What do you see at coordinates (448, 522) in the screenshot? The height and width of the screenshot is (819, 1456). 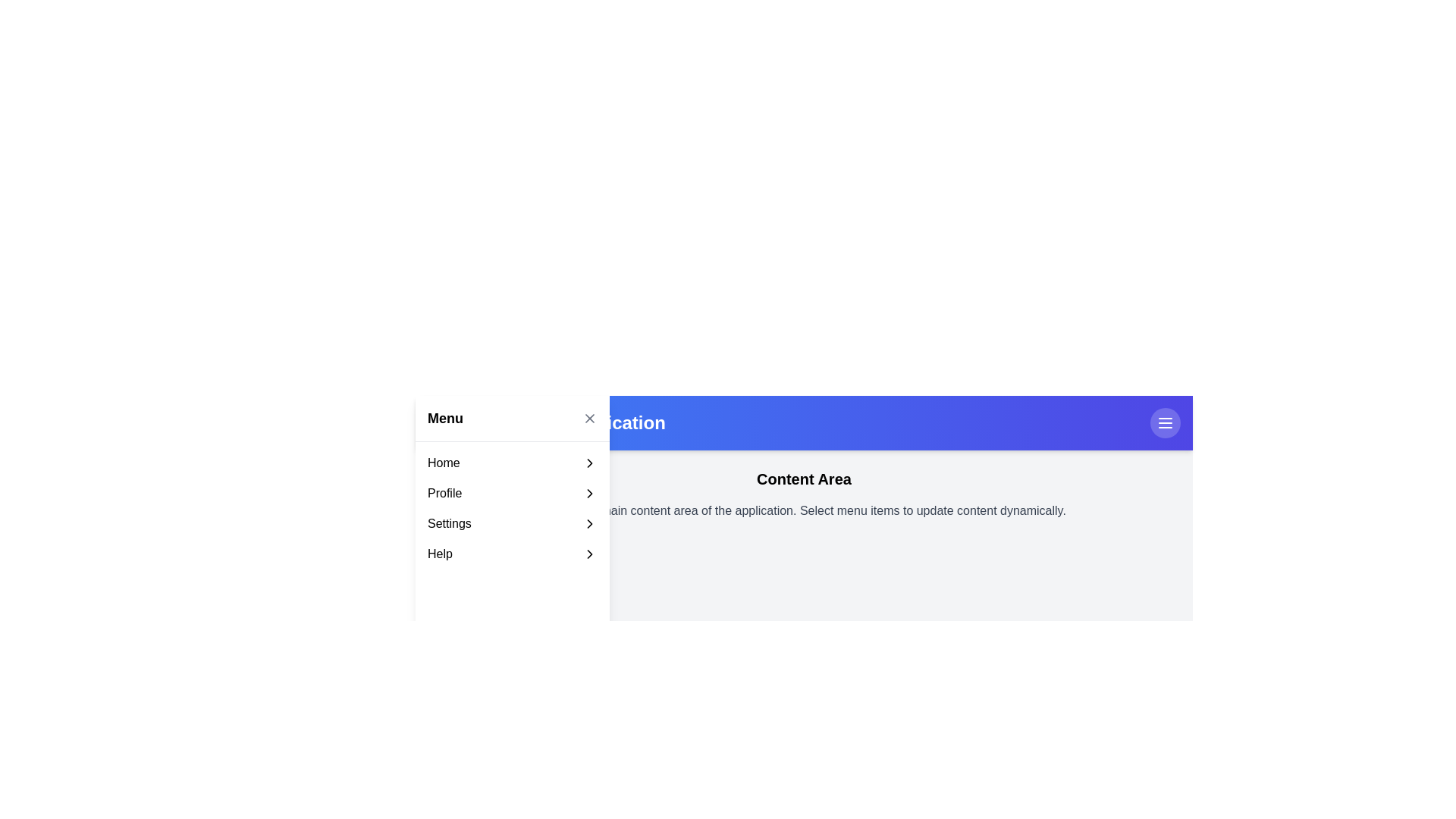 I see `the 'Settings' text label in the navigation menu` at bounding box center [448, 522].